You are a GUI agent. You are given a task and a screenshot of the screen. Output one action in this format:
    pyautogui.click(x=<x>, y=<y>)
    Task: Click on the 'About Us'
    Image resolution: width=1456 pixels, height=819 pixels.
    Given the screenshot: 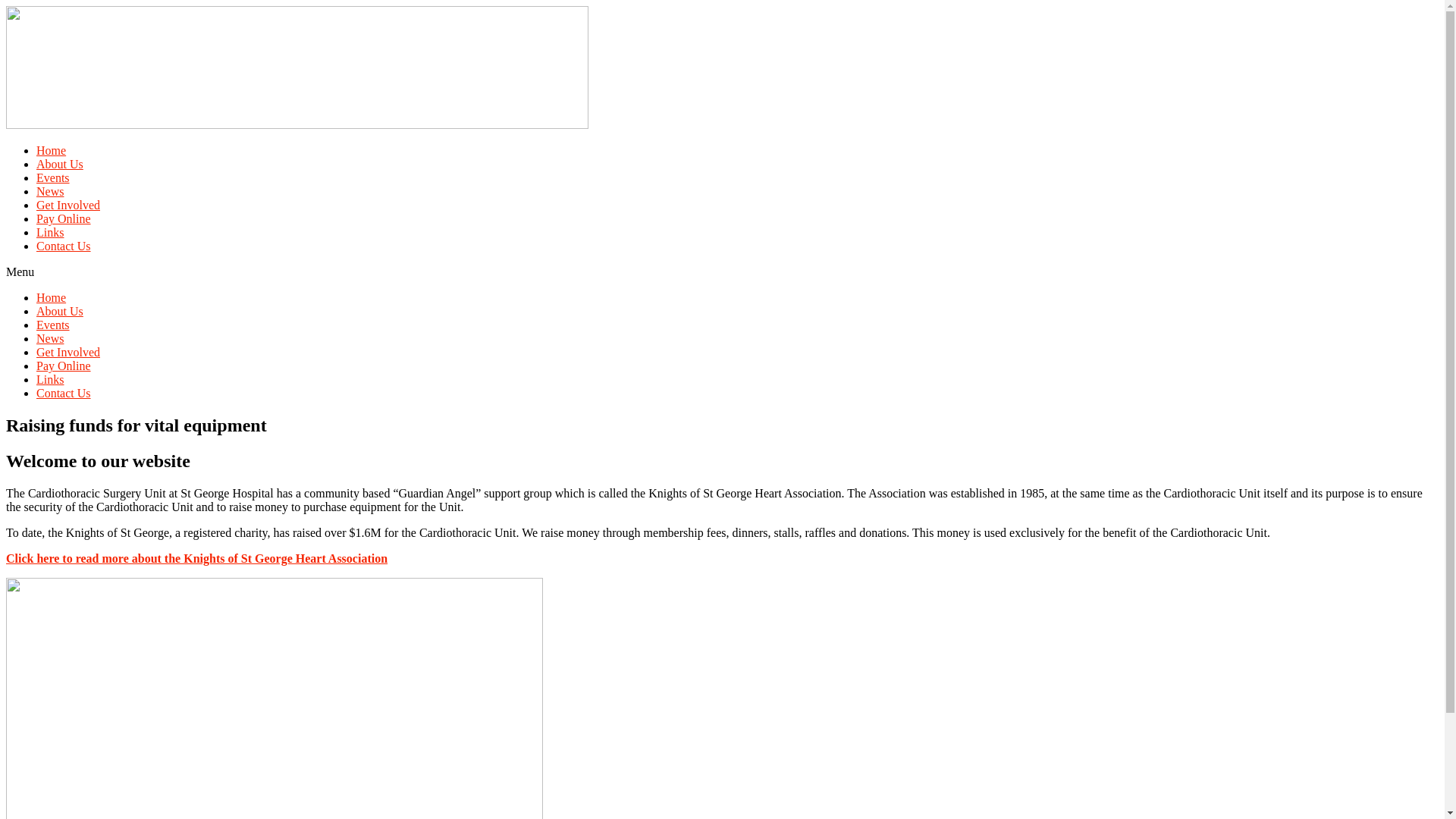 What is the action you would take?
    pyautogui.click(x=59, y=164)
    